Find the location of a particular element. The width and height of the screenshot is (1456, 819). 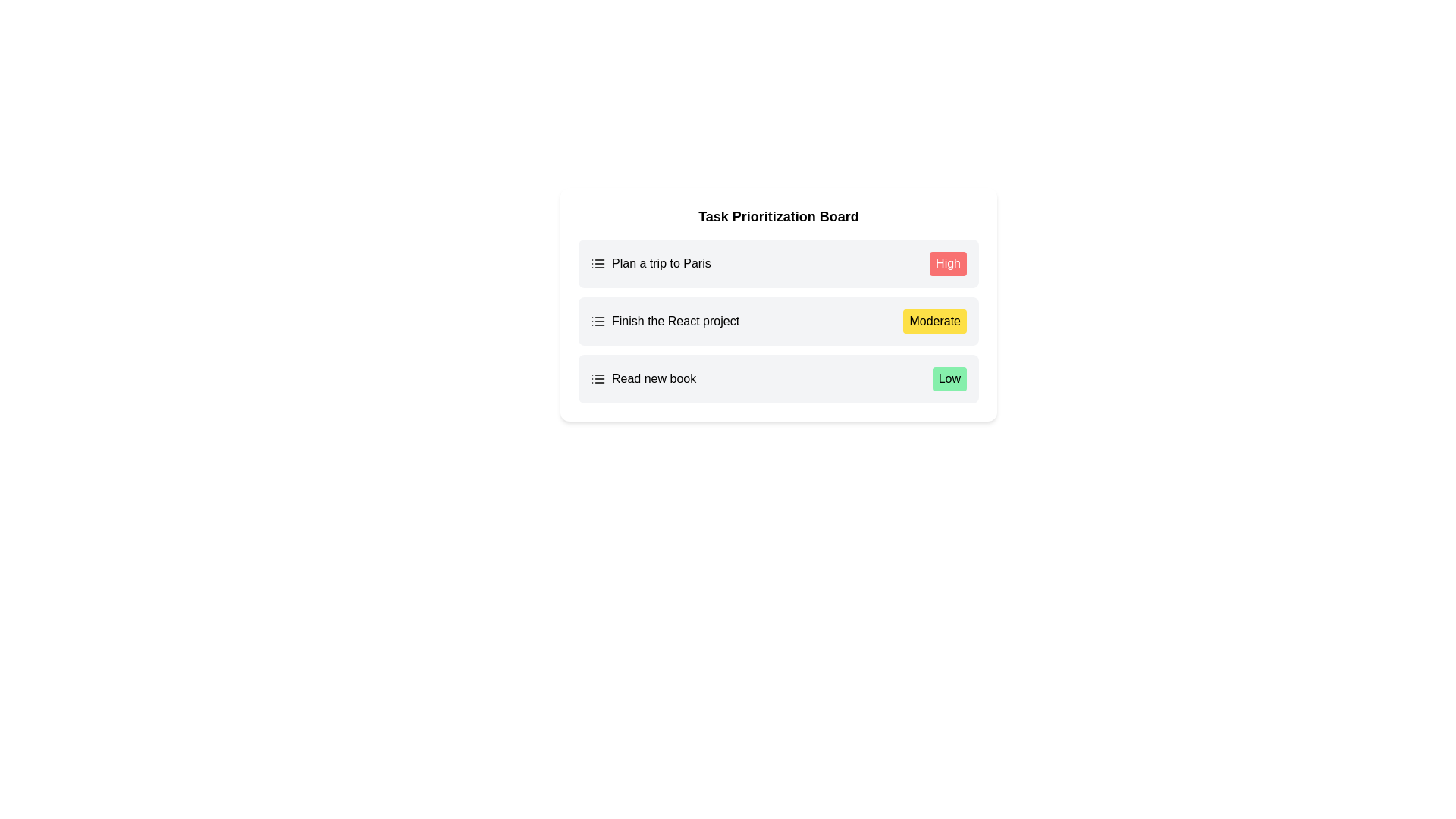

the text element that reads 'Plan a trip to Paris.' which is part of the task list in the 'Task Prioritization Board.' is located at coordinates (661, 262).